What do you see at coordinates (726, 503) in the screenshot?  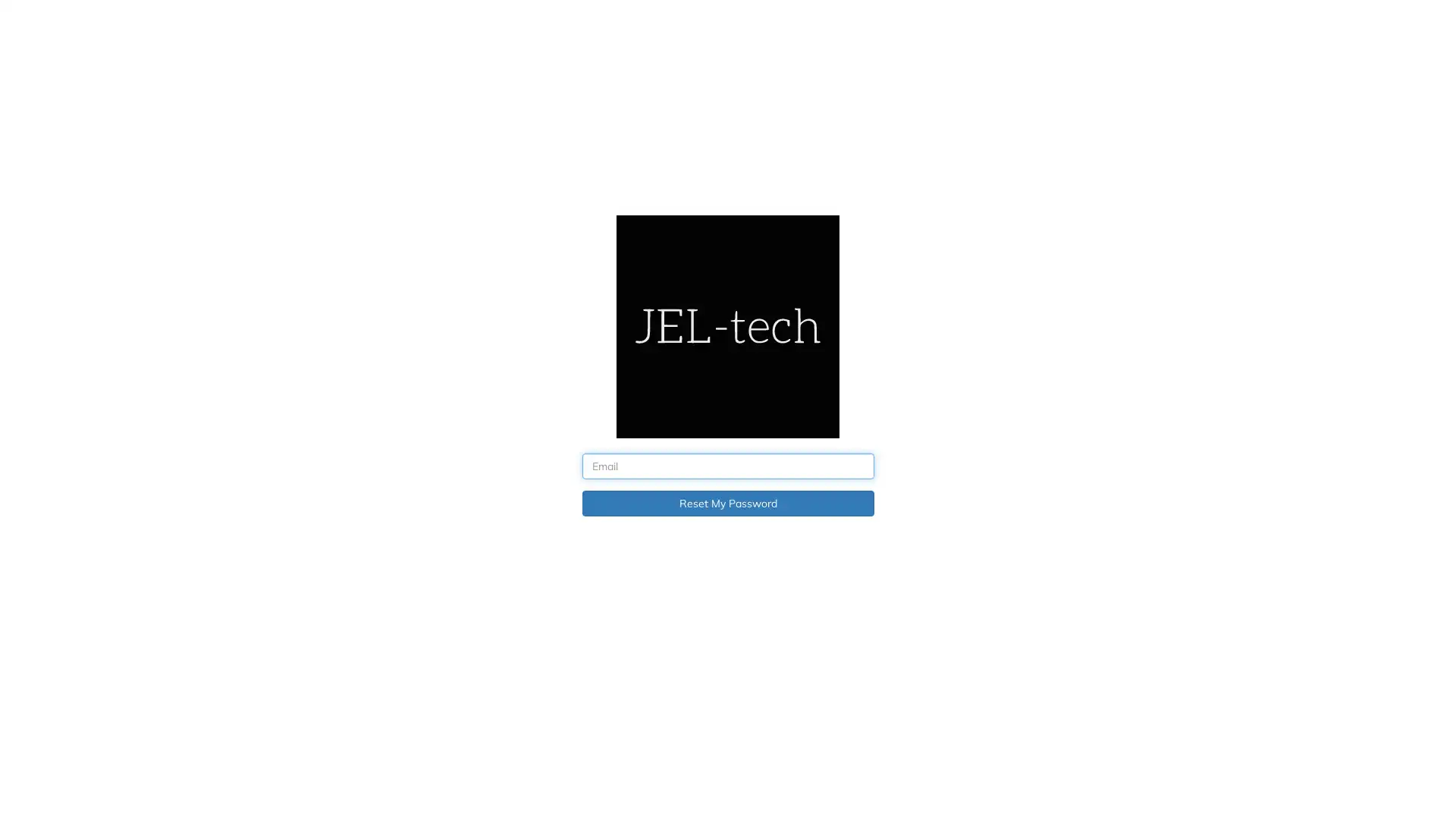 I see `Reset My Password` at bounding box center [726, 503].